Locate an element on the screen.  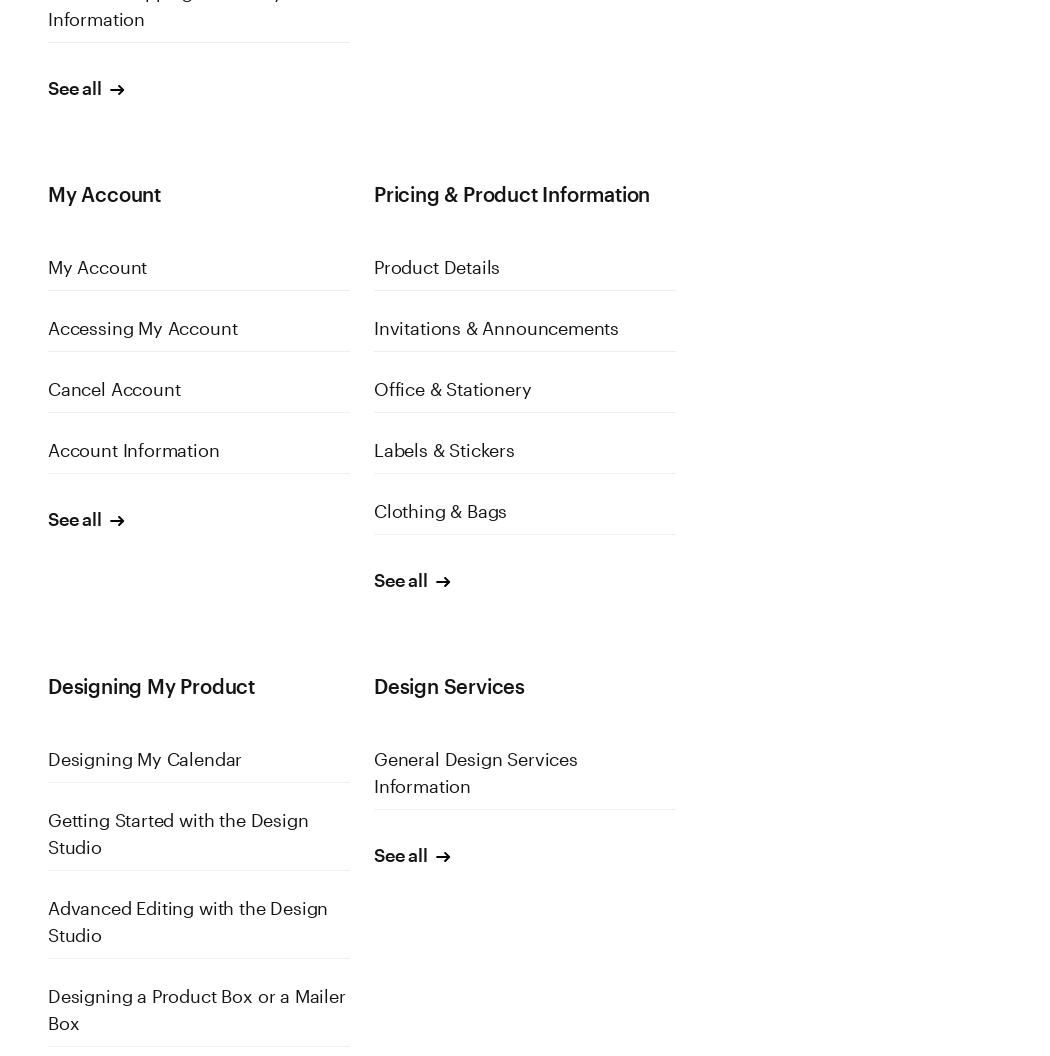
'Cancel Account' is located at coordinates (113, 388).